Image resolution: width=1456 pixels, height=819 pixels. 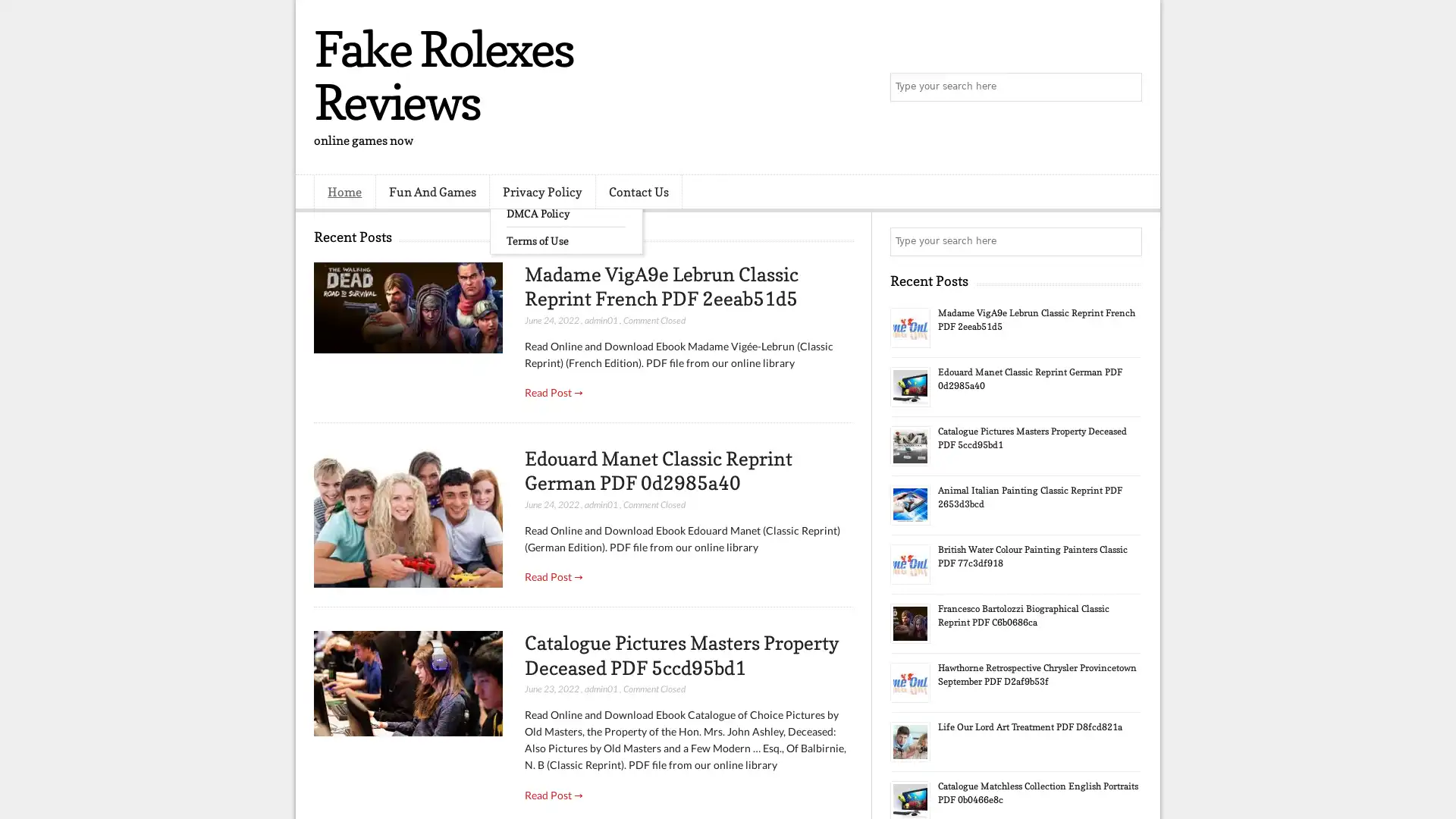 I want to click on Search, so click(x=1126, y=87).